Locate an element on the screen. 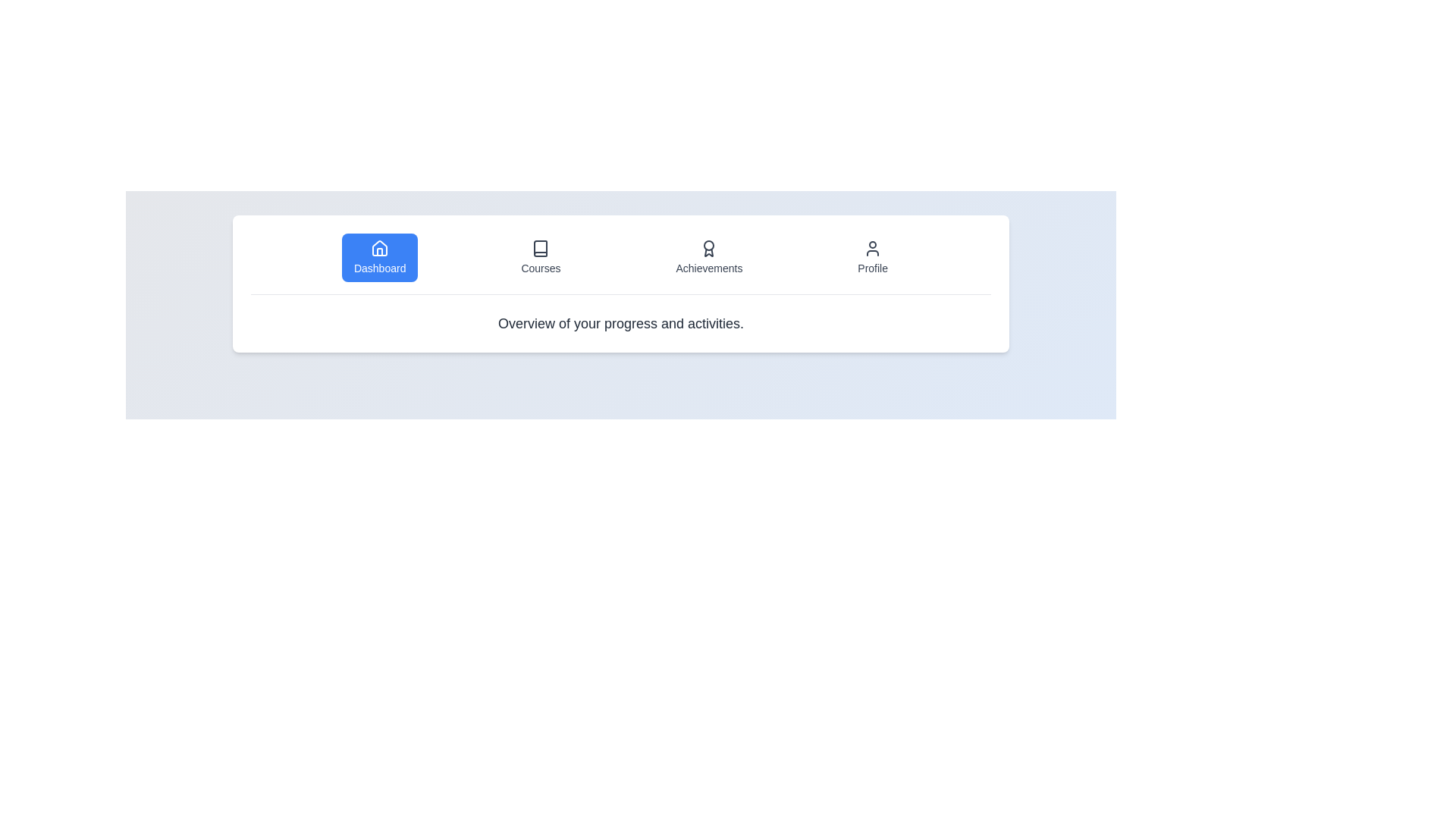 This screenshot has width=1456, height=819. the award icon located in the 'Achievements' section, which is represented by a circular badge with two ribbons and is positioned above the text label 'Achievements' is located at coordinates (708, 247).